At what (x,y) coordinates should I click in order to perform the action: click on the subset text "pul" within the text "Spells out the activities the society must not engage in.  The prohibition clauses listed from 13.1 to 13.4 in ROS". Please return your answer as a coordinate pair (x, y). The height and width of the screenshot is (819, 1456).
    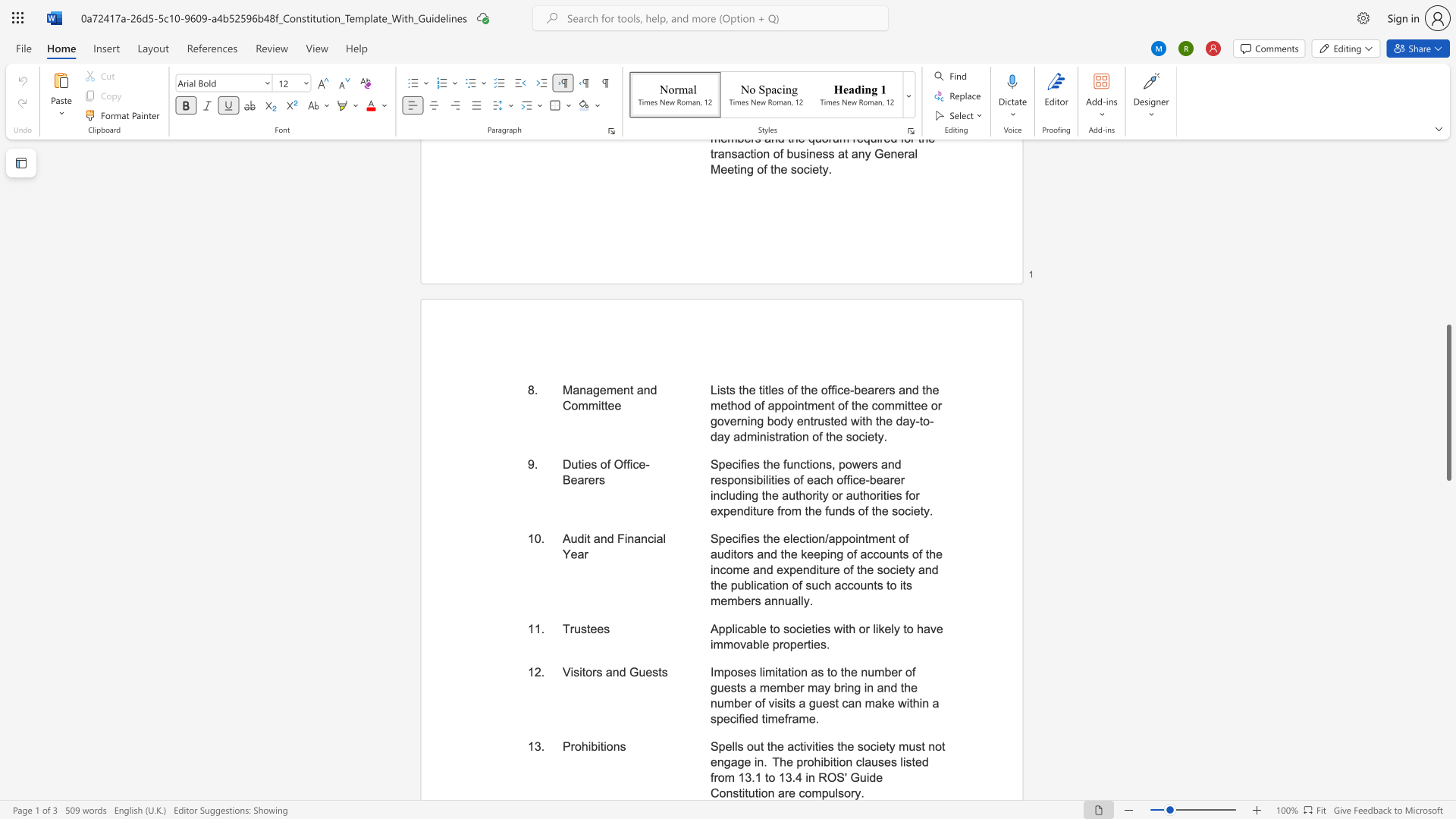
    Looking at the image, I should click on (821, 792).